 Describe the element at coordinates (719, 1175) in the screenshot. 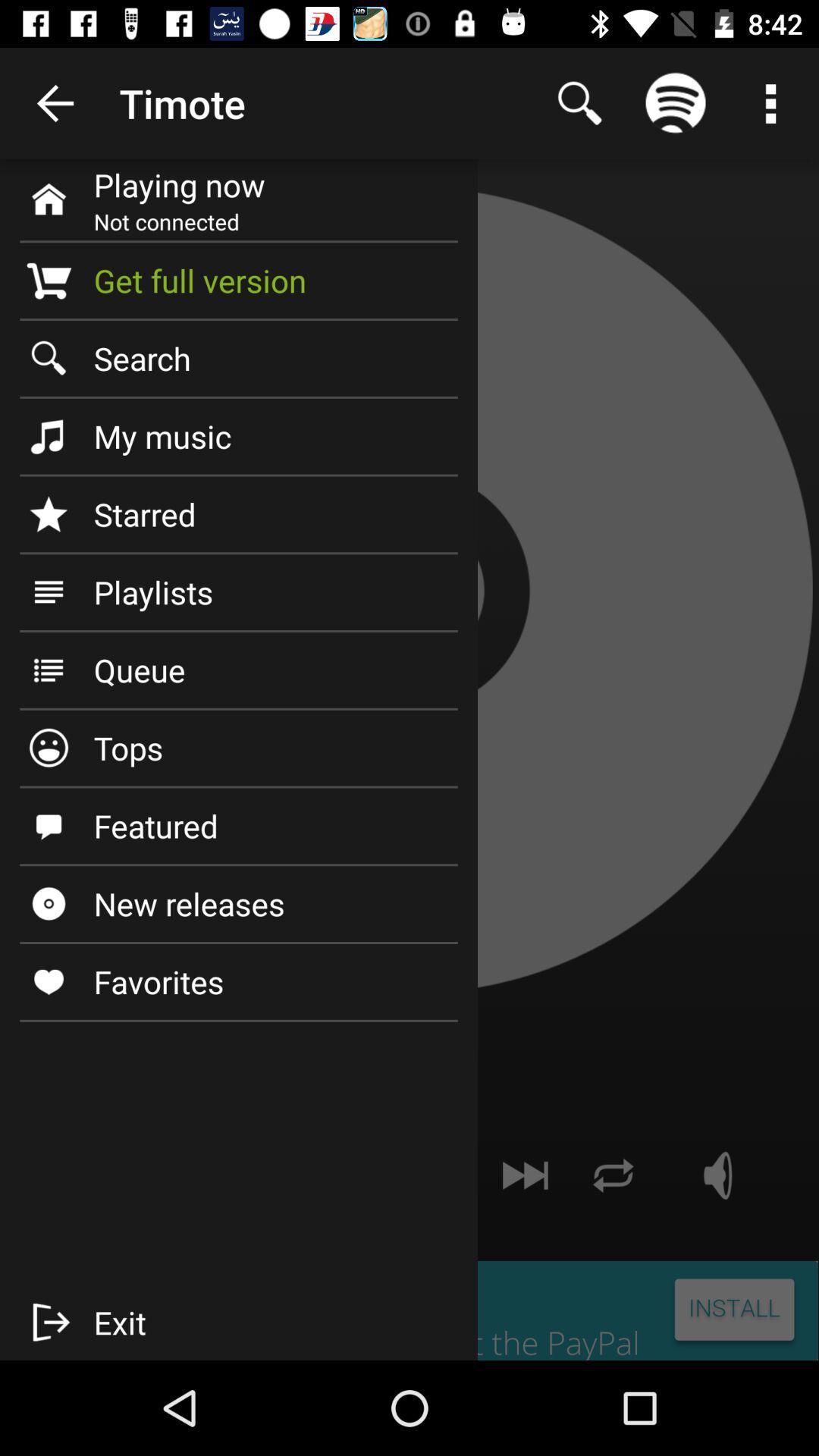

I see `the volume icon` at that location.